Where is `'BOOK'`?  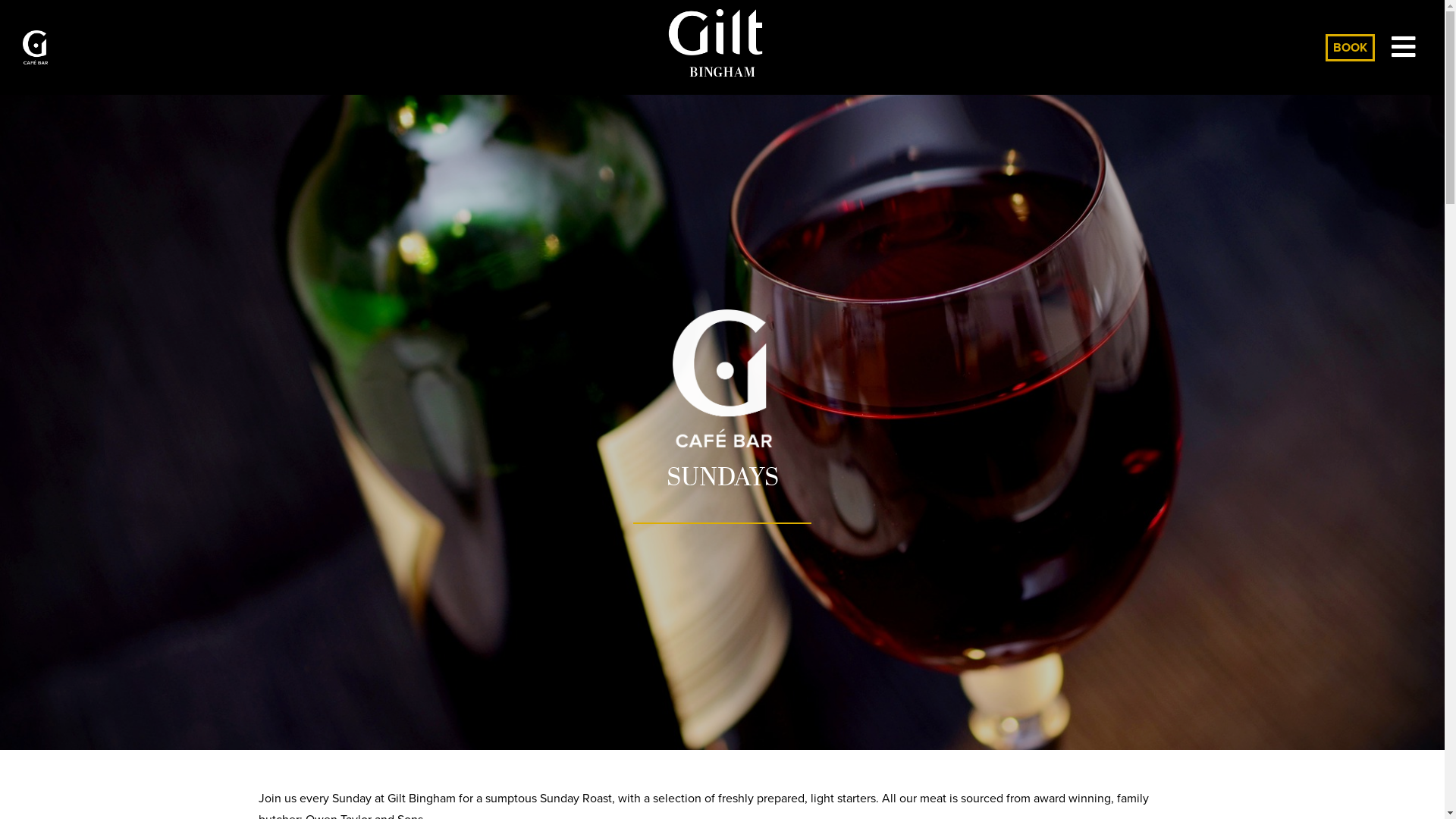
'BOOK' is located at coordinates (1350, 45).